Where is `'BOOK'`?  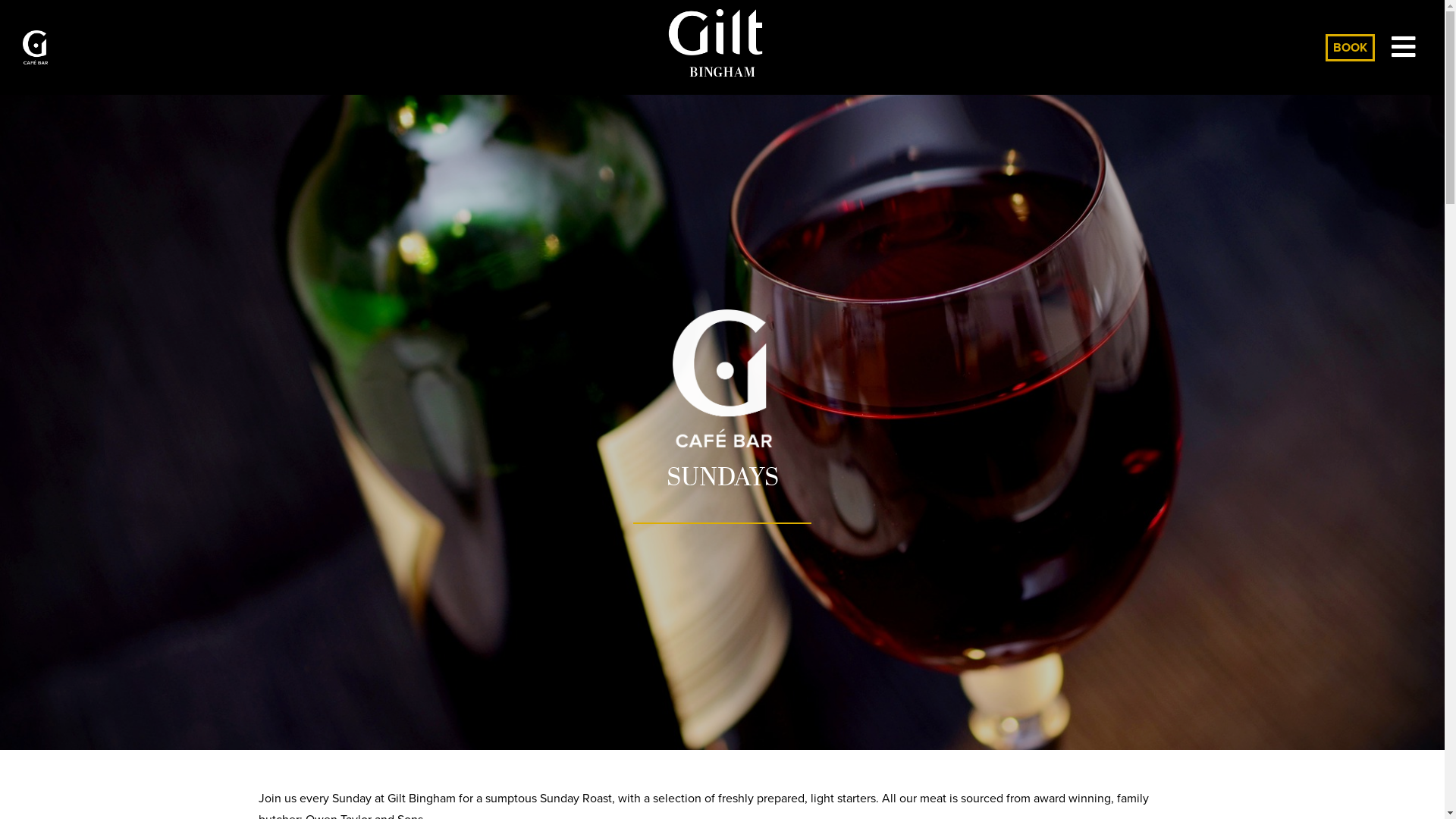
'BOOK' is located at coordinates (1350, 45).